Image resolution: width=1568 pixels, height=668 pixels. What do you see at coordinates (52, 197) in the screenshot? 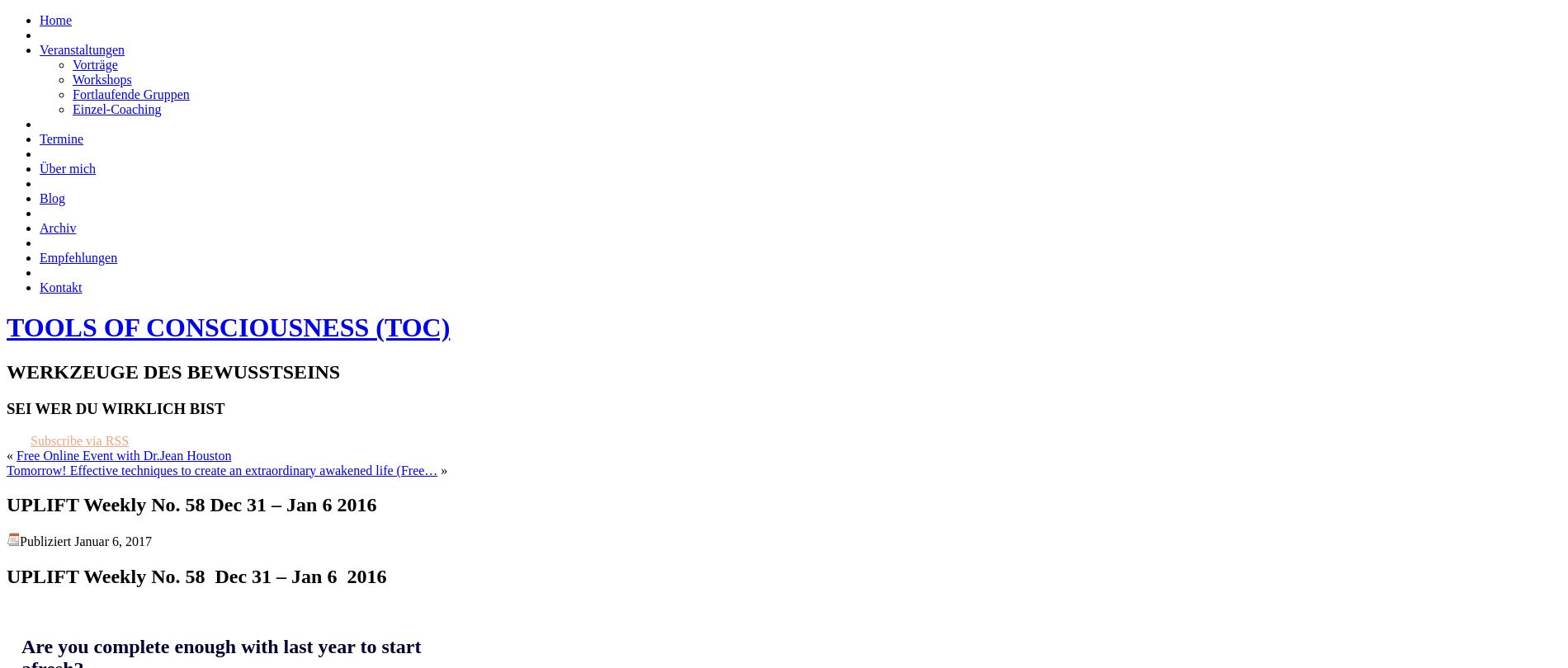
I see `'Blog'` at bounding box center [52, 197].